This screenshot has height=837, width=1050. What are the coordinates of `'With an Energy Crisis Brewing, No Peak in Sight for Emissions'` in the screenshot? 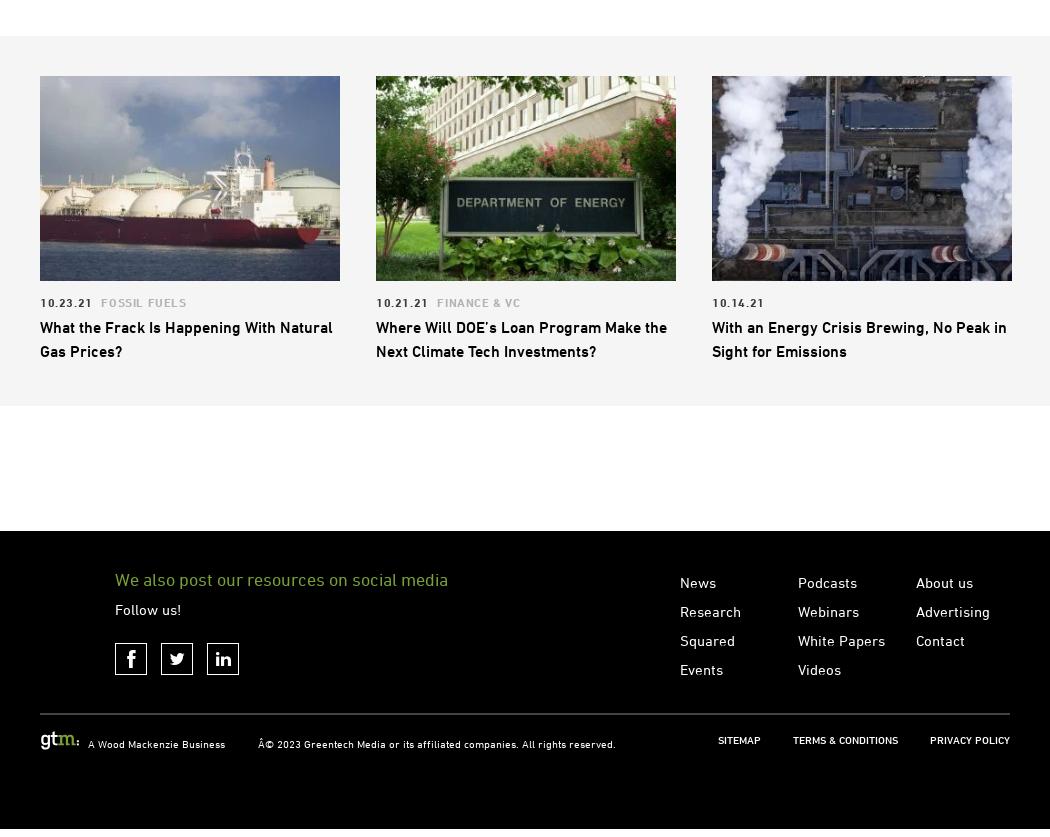 It's located at (858, 419).